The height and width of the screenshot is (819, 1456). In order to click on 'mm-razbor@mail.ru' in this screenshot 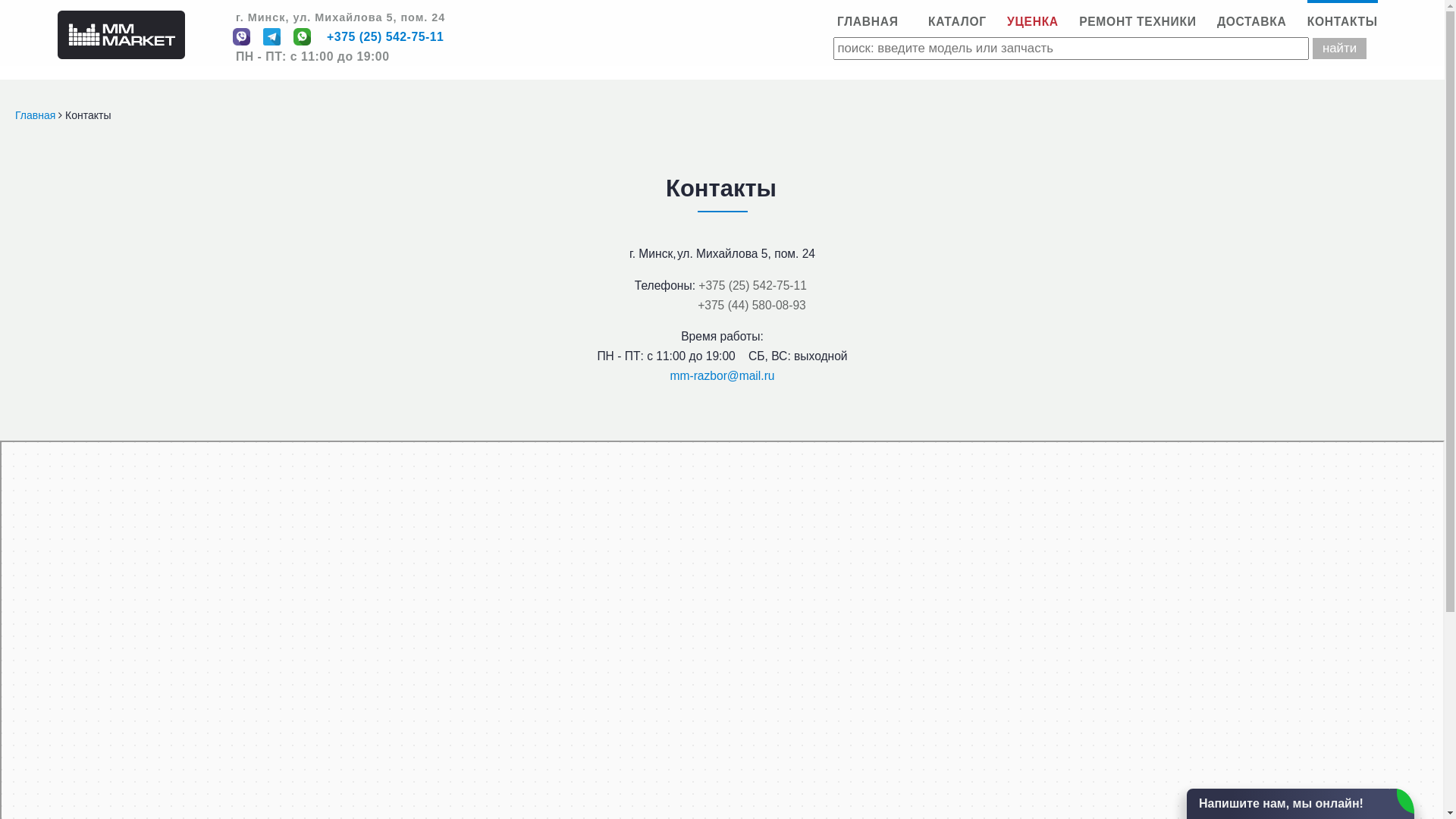, I will do `click(722, 375)`.